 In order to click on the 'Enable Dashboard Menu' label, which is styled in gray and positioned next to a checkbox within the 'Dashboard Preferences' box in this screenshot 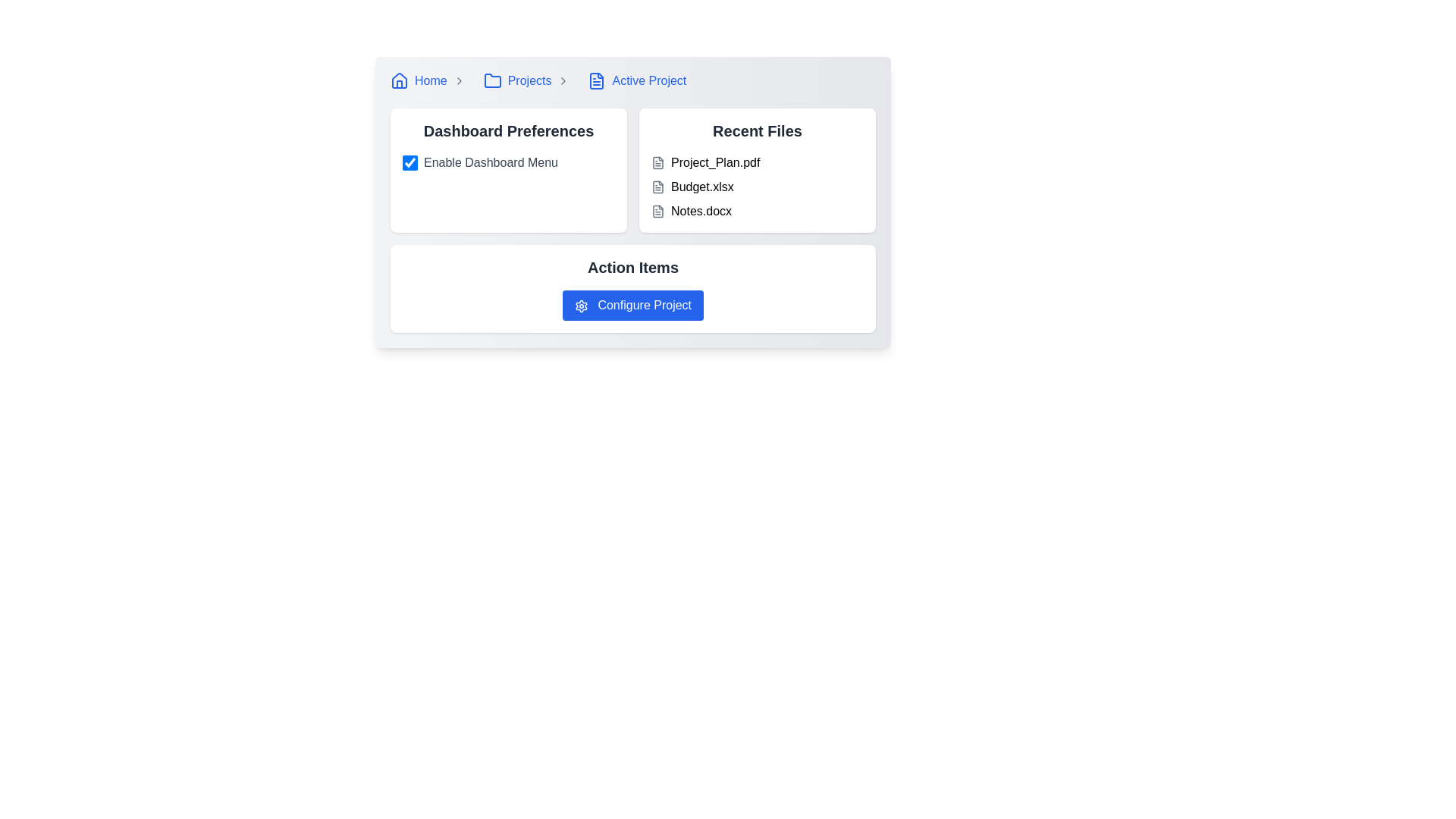, I will do `click(491, 163)`.